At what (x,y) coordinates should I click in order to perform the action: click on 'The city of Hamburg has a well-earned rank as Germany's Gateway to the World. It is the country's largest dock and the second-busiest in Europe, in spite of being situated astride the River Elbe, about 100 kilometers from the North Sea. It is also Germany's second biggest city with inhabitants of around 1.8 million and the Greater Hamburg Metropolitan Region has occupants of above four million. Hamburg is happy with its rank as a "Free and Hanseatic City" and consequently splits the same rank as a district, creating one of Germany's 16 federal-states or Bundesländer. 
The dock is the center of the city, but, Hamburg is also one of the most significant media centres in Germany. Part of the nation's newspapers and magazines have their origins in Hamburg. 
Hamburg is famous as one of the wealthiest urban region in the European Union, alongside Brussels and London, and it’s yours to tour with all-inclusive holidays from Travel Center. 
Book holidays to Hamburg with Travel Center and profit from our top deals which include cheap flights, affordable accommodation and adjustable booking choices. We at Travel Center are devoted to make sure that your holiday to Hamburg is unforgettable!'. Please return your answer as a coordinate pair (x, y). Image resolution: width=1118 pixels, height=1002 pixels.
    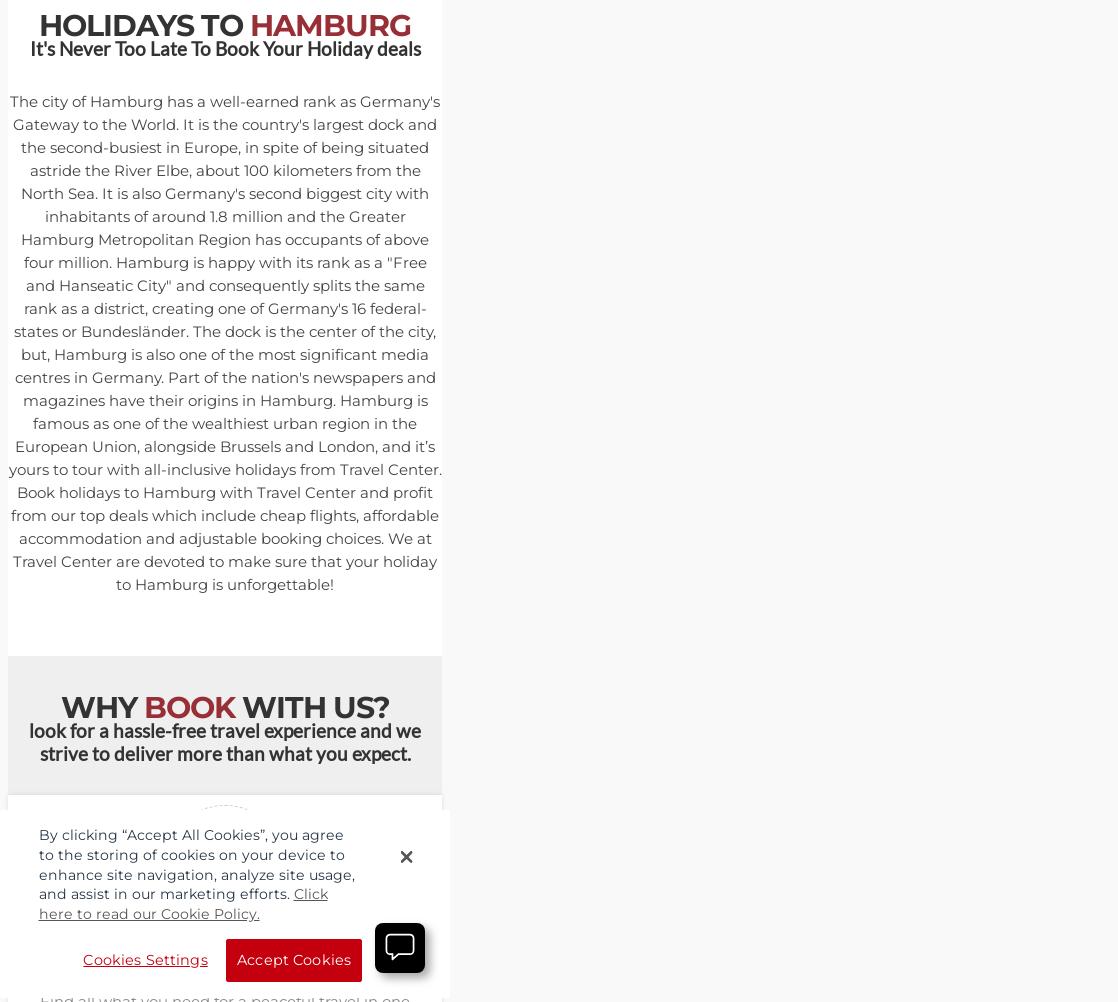
    Looking at the image, I should click on (224, 342).